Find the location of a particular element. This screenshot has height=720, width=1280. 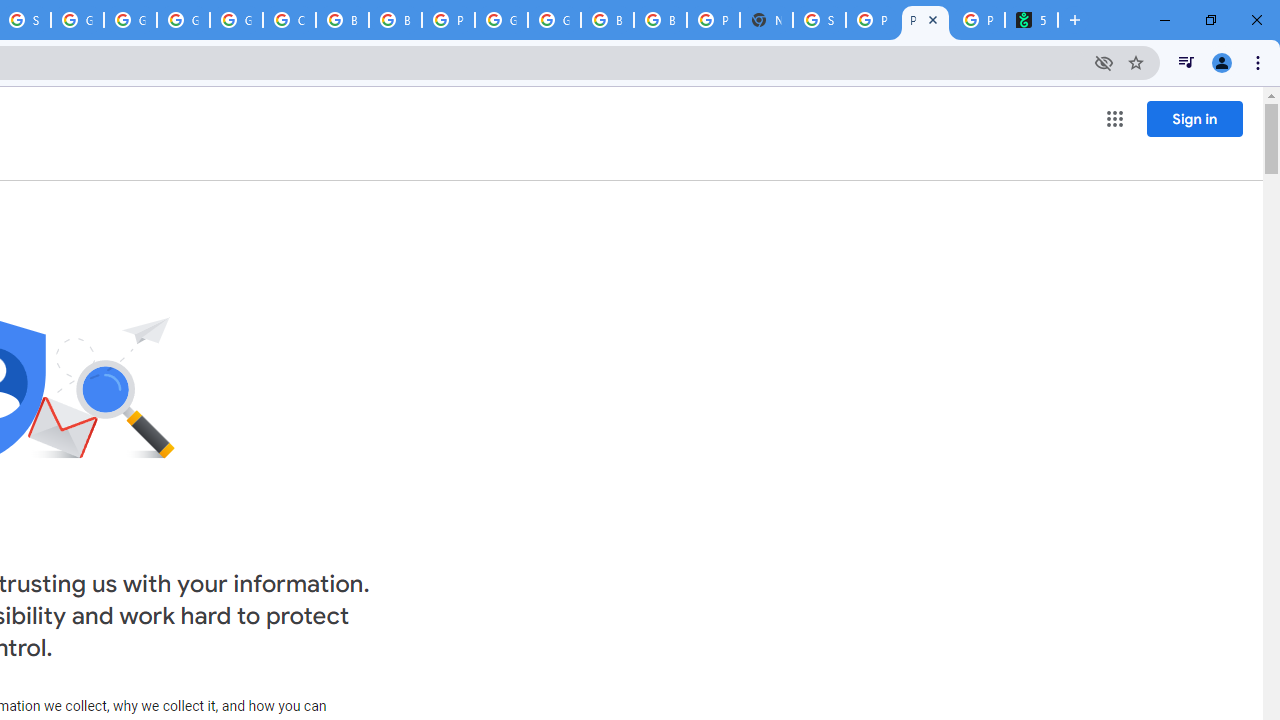

'Third-party cookies blocked' is located at coordinates (1103, 61).